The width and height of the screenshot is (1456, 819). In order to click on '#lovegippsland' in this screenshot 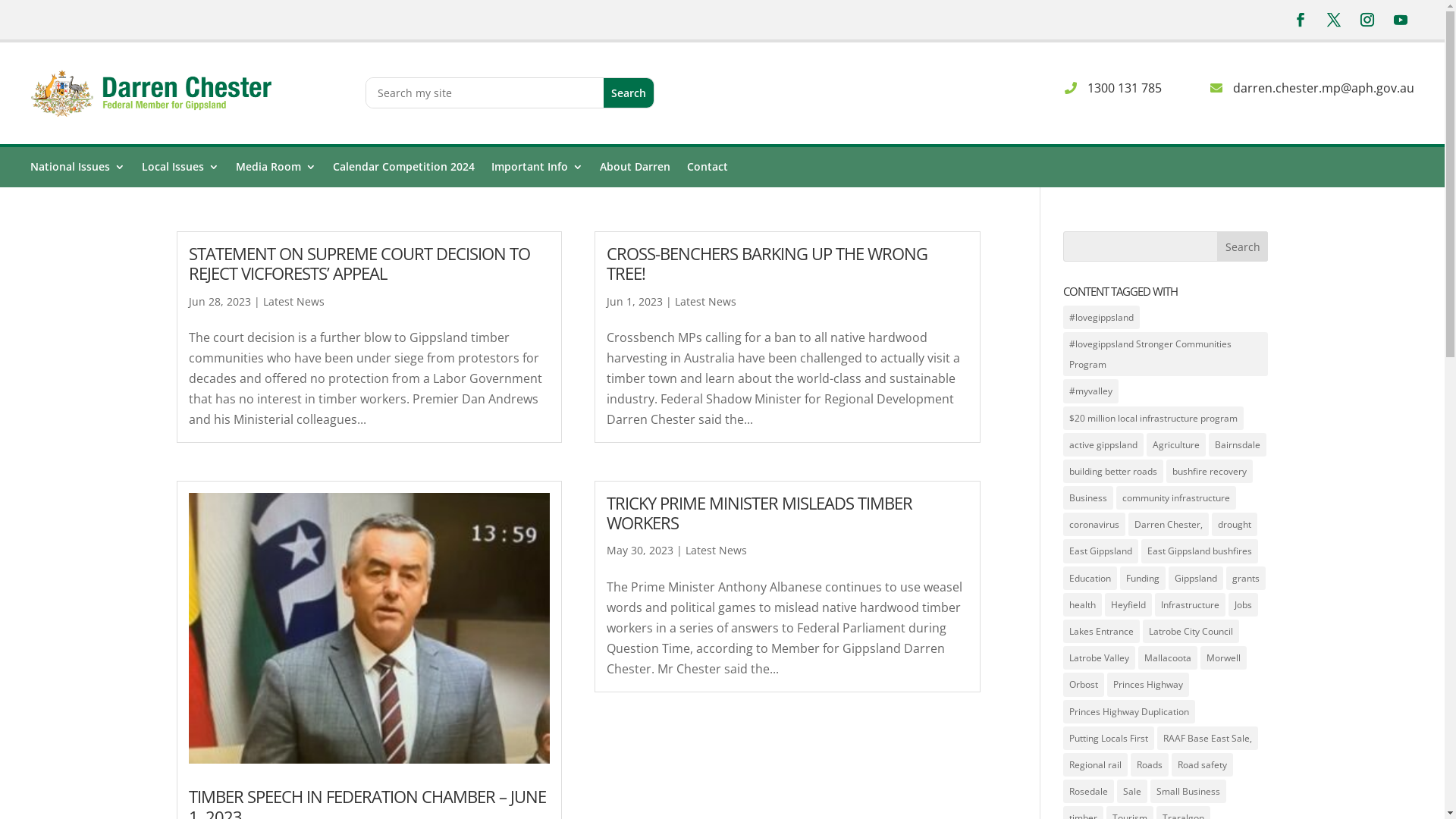, I will do `click(1062, 316)`.